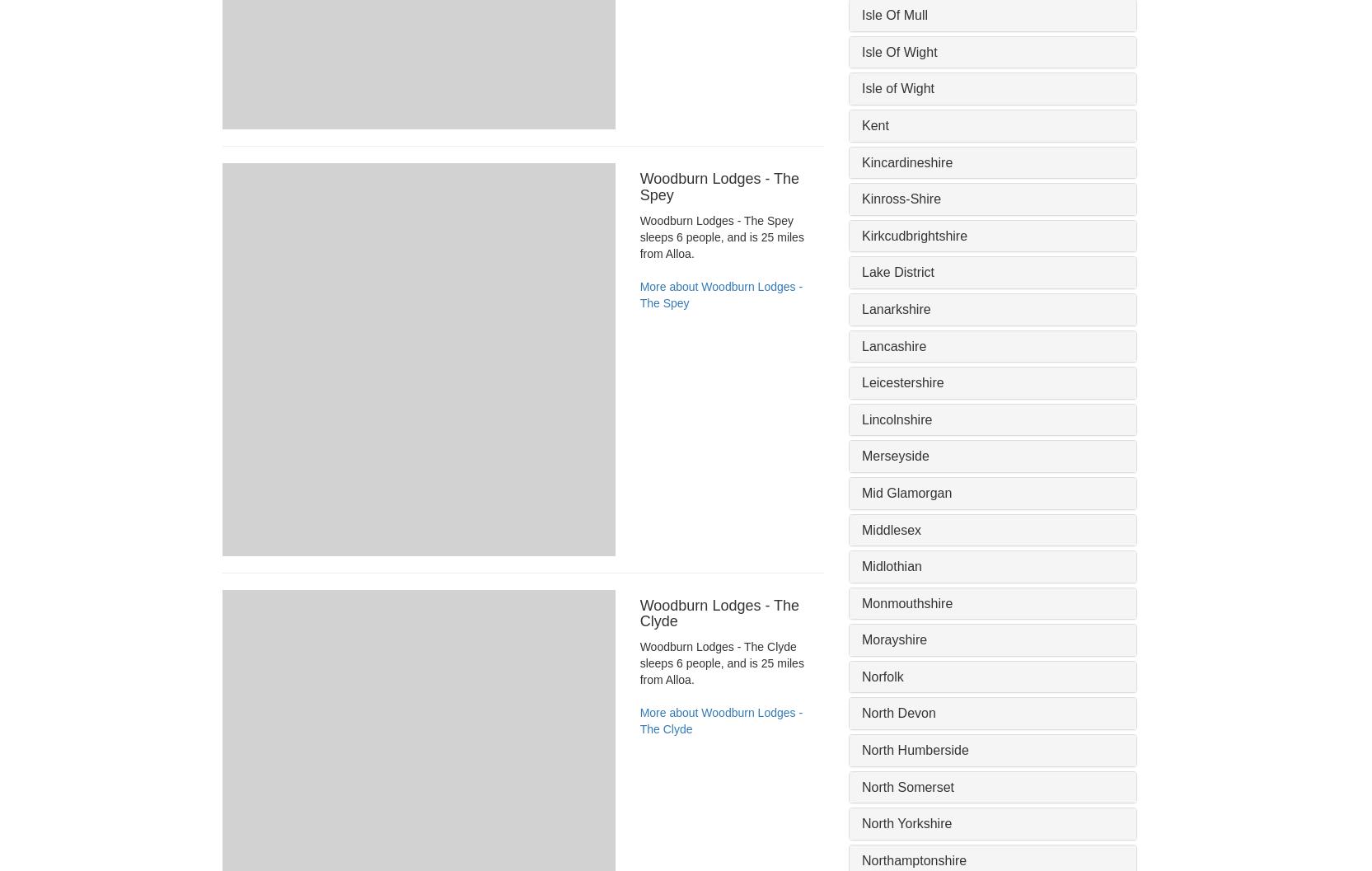 The image size is (1372, 871). What do you see at coordinates (890, 565) in the screenshot?
I see `'Midlothian'` at bounding box center [890, 565].